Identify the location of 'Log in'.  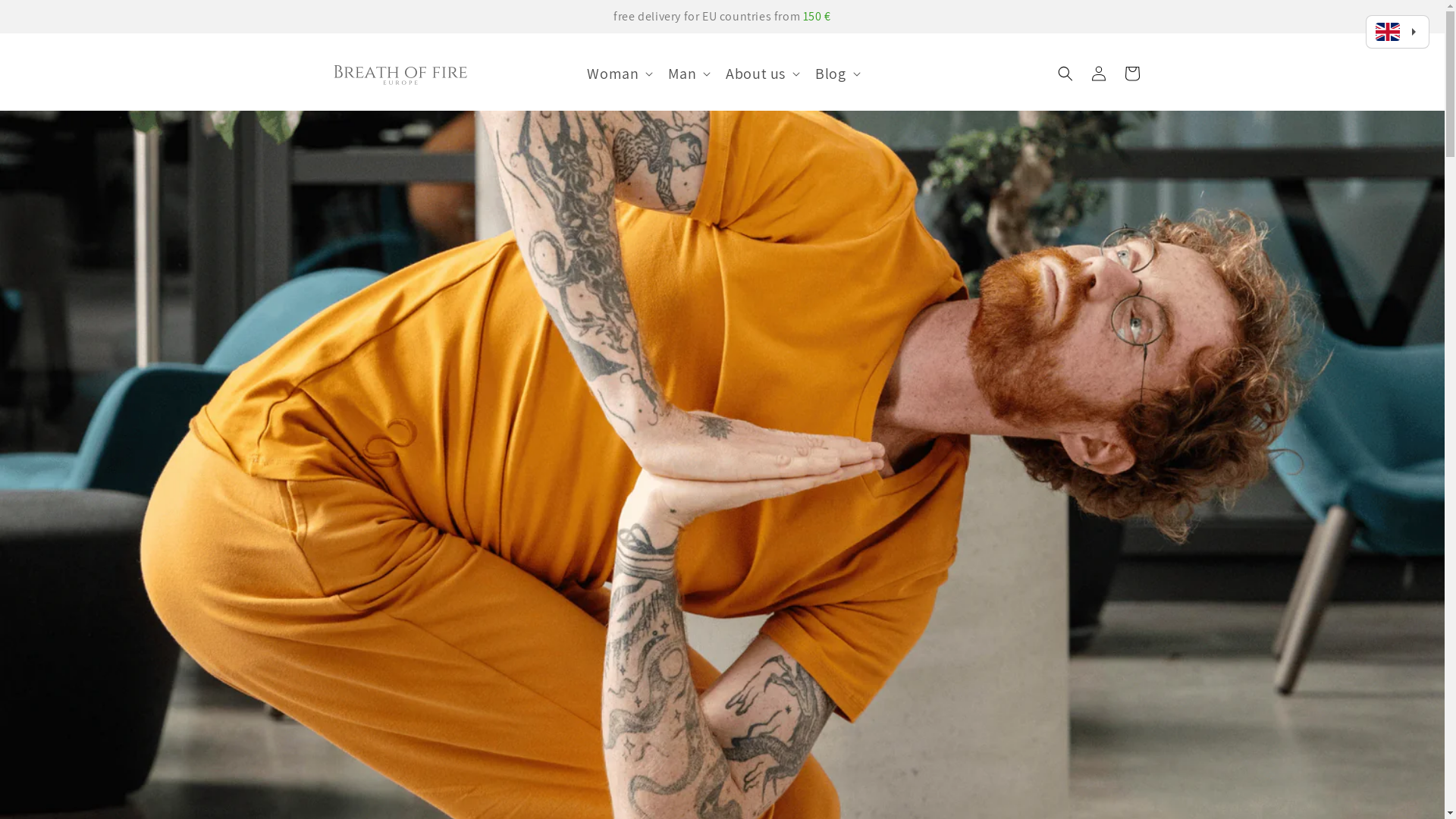
(1080, 73).